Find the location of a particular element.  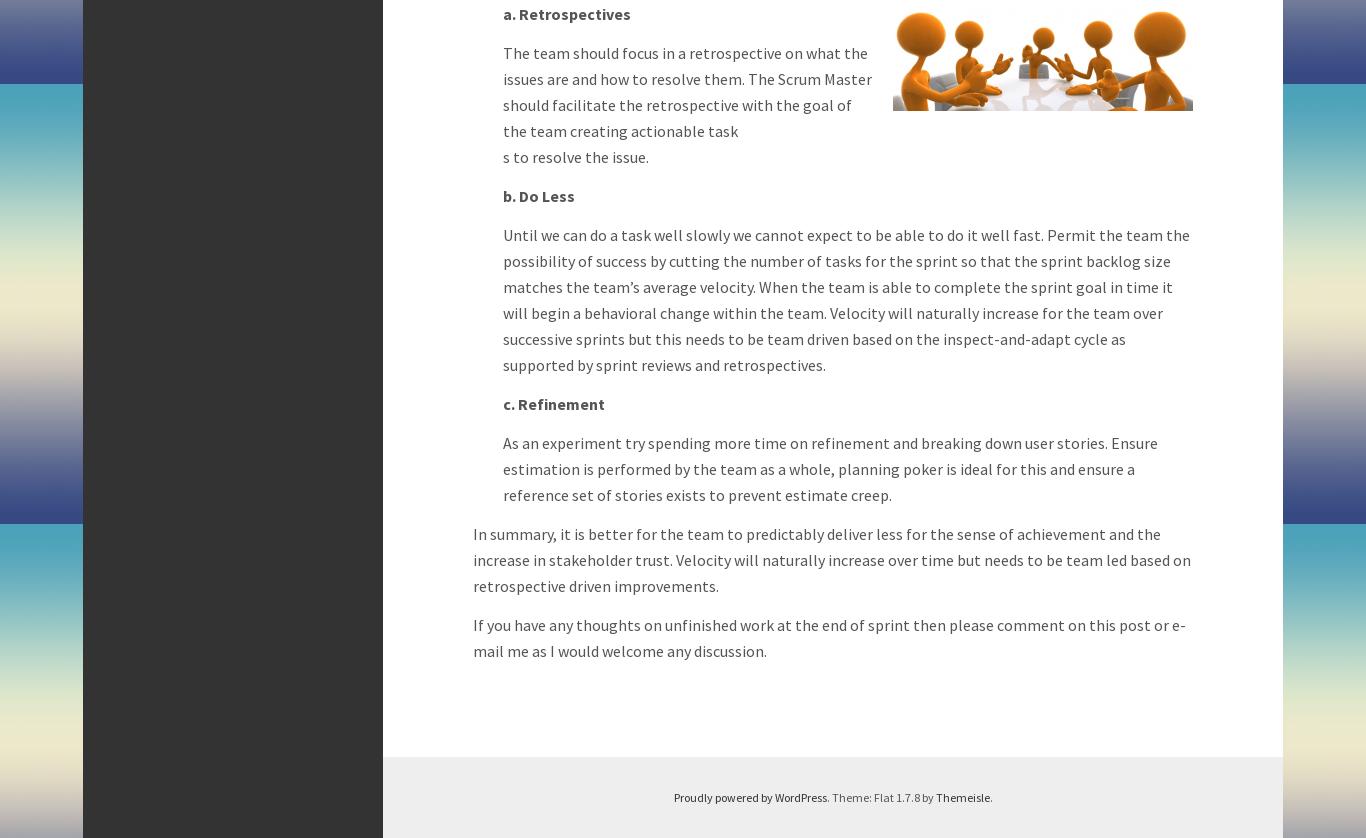

'If you have any thoughts on unfinished work at the end of sprint then please comment on this post or e-mail me as I would welcome any discussion.' is located at coordinates (828, 636).